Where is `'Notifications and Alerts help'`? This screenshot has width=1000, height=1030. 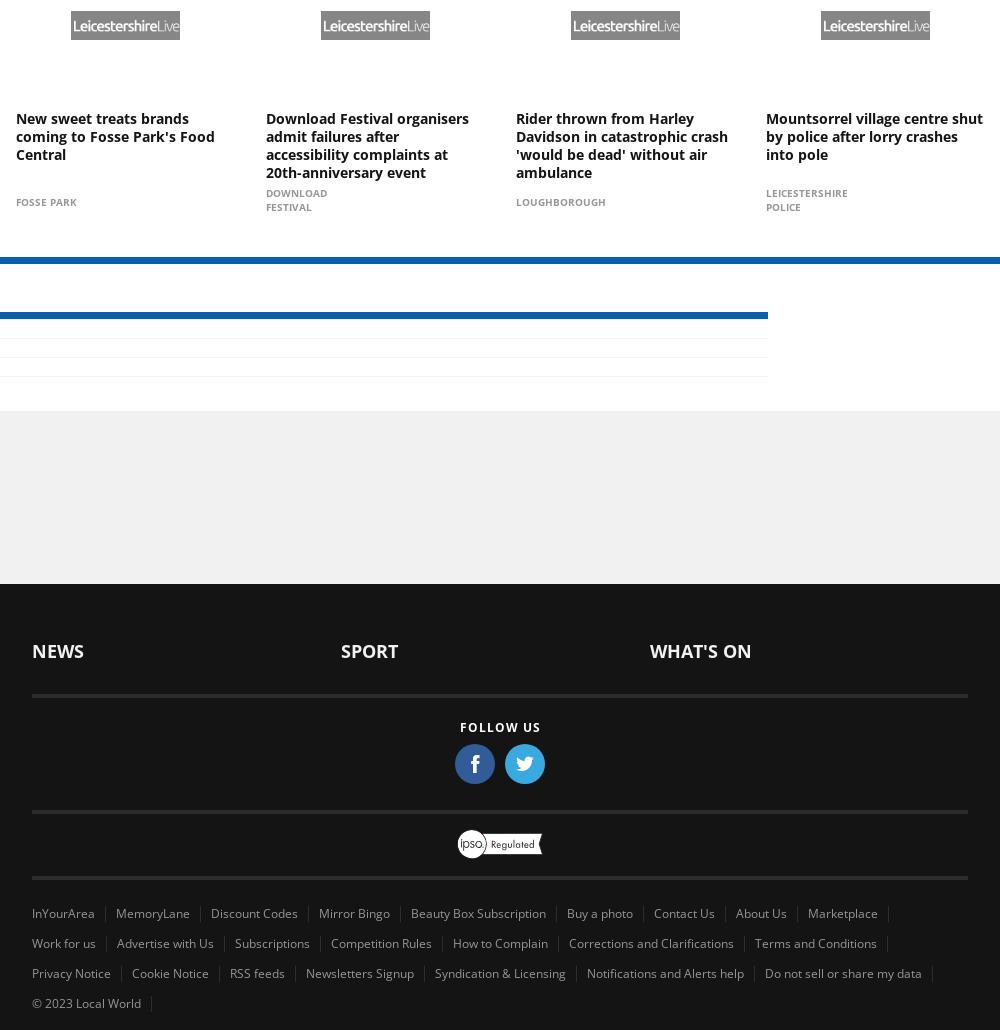 'Notifications and Alerts help' is located at coordinates (665, 971).